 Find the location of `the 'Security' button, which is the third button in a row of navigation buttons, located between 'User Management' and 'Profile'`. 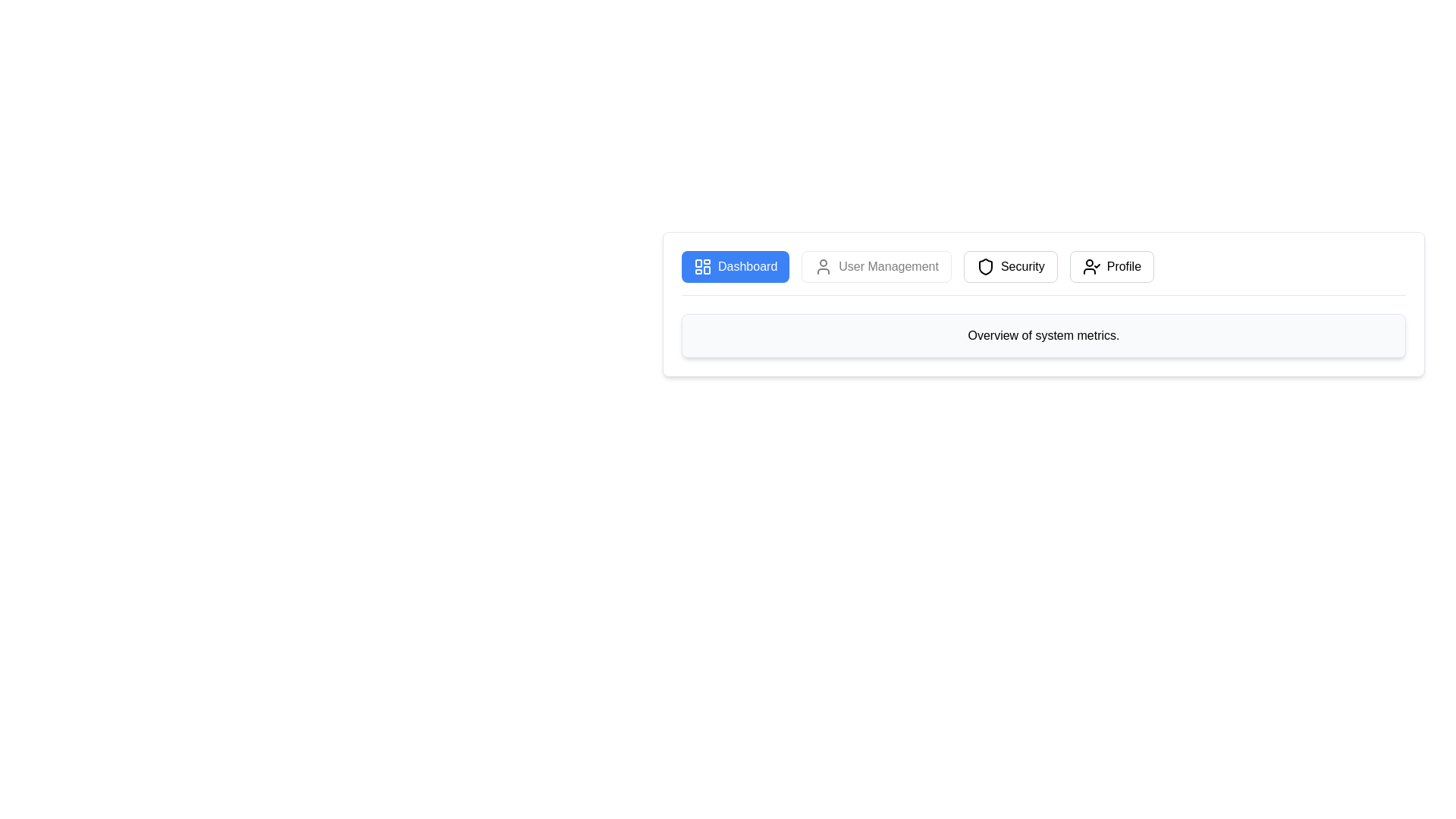

the 'Security' button, which is the third button in a row of navigation buttons, located between 'User Management' and 'Profile' is located at coordinates (1010, 265).